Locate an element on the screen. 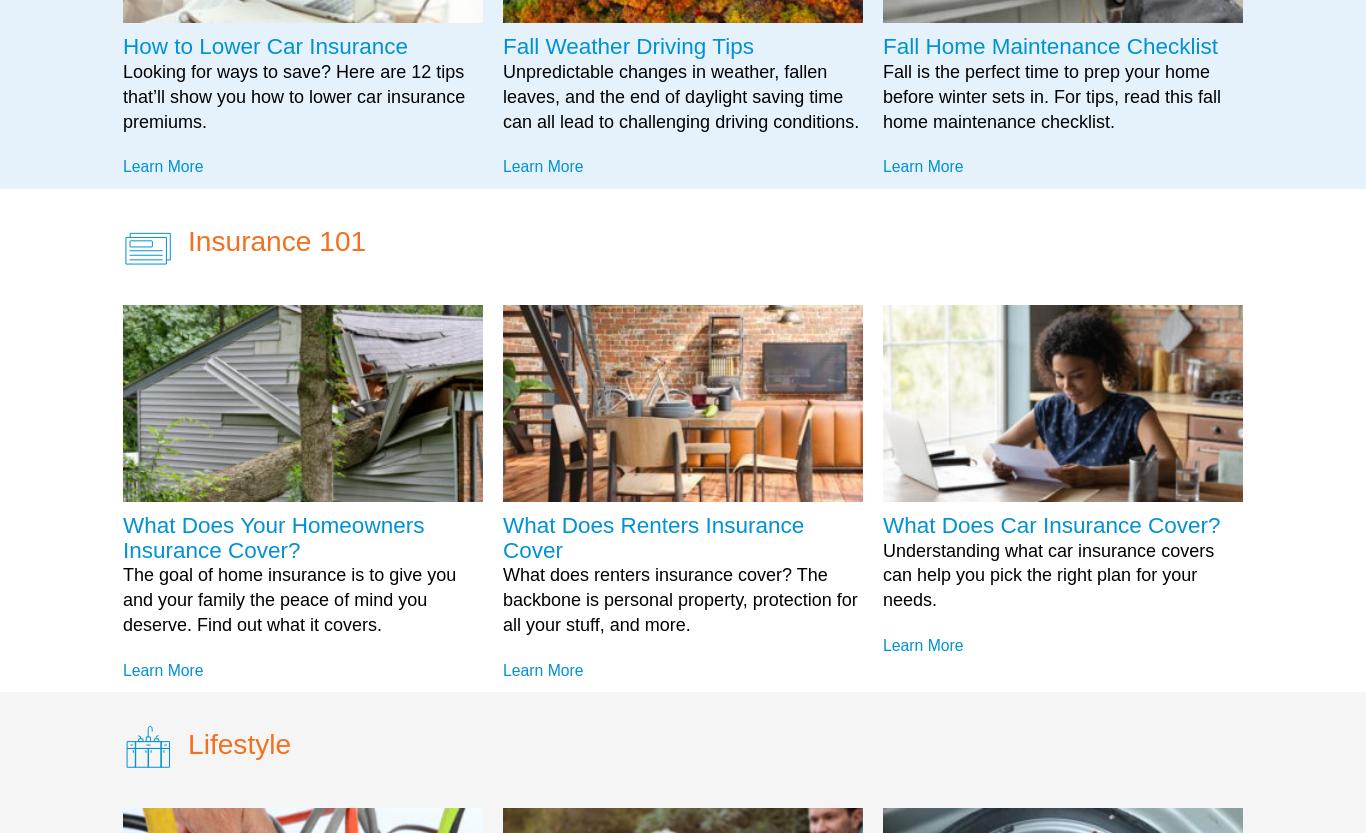 The height and width of the screenshot is (833, 1366). 'What does renters insurance cover? The backbone is personal property, protection for all your stuff, and more.' is located at coordinates (502, 599).